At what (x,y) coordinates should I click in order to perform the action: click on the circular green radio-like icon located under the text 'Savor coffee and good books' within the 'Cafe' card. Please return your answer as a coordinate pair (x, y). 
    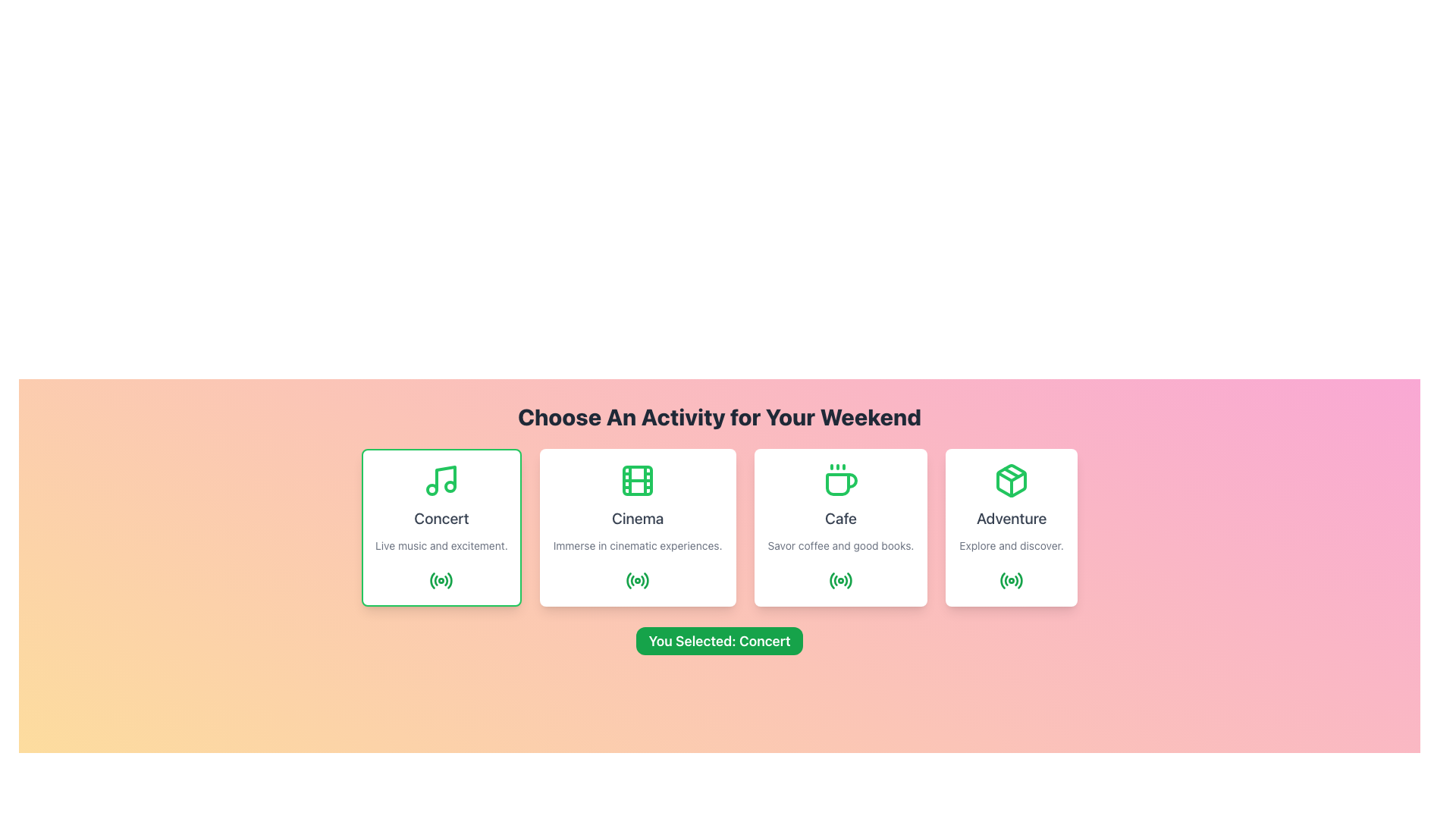
    Looking at the image, I should click on (839, 580).